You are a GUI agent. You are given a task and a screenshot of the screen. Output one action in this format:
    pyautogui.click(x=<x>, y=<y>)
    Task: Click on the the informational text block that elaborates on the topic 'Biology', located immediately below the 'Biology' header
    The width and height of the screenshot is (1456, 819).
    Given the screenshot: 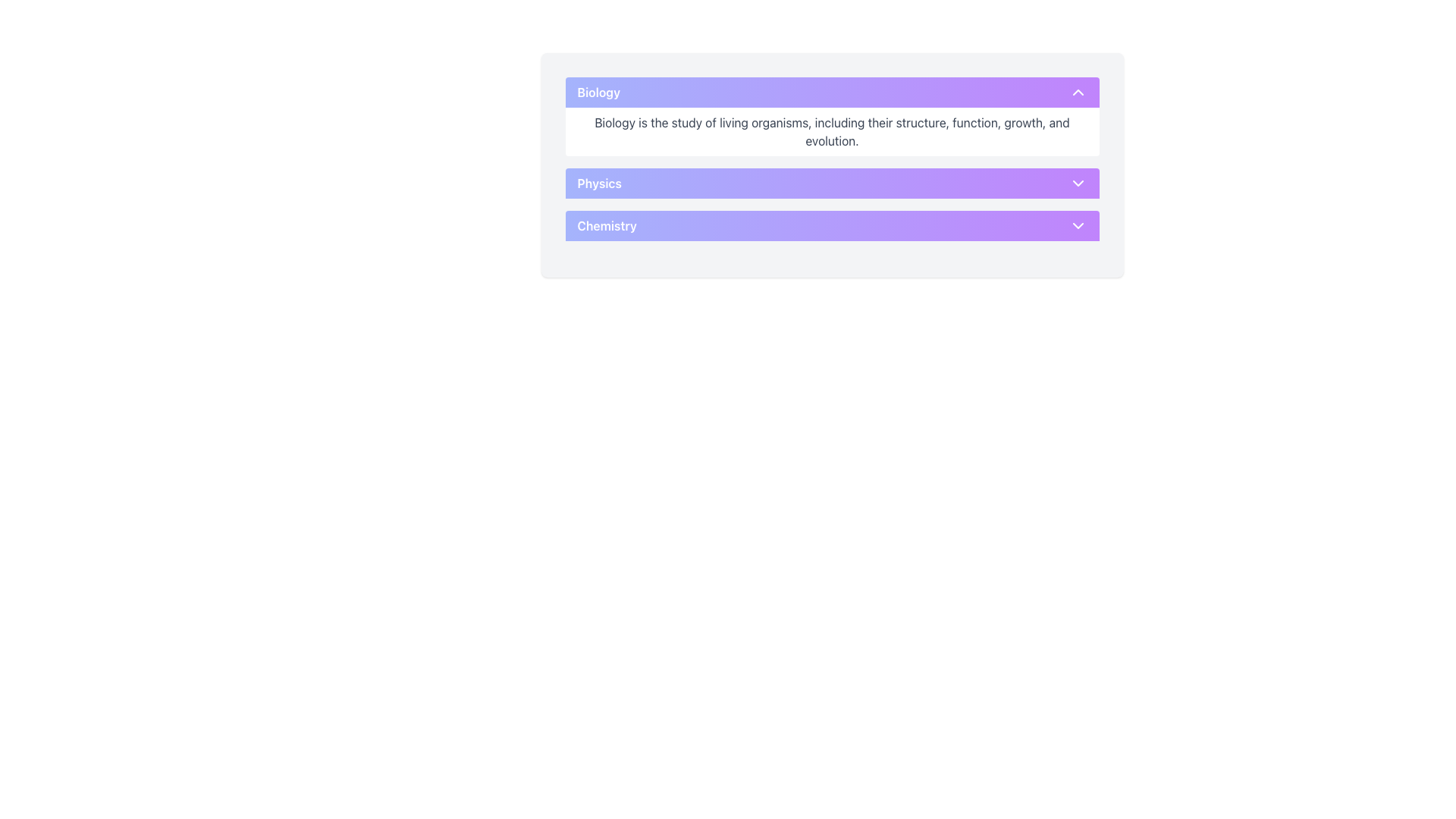 What is the action you would take?
    pyautogui.click(x=831, y=130)
    